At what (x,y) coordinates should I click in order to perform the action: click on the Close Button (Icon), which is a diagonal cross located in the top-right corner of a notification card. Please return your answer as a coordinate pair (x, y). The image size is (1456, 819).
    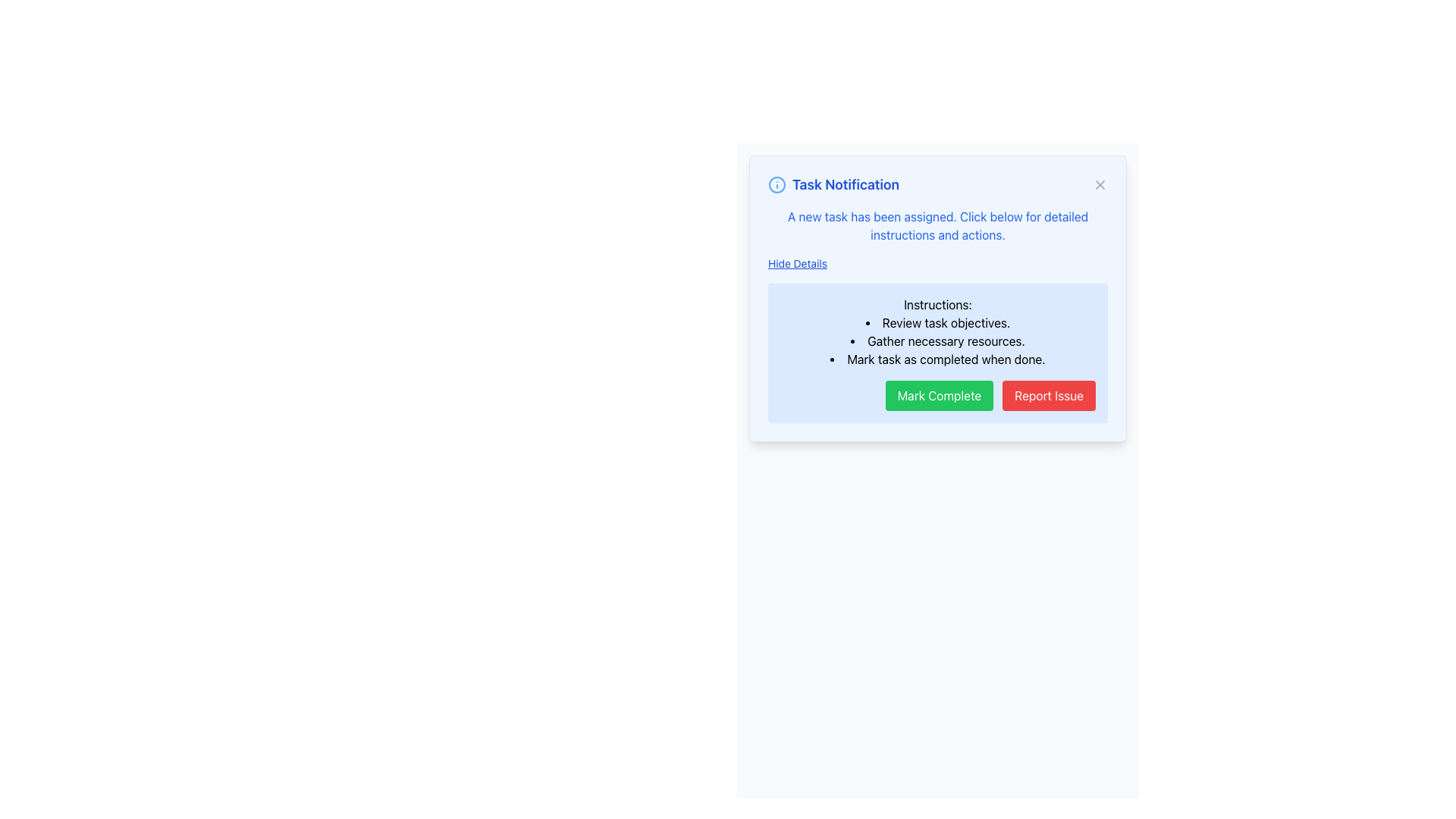
    Looking at the image, I should click on (1100, 184).